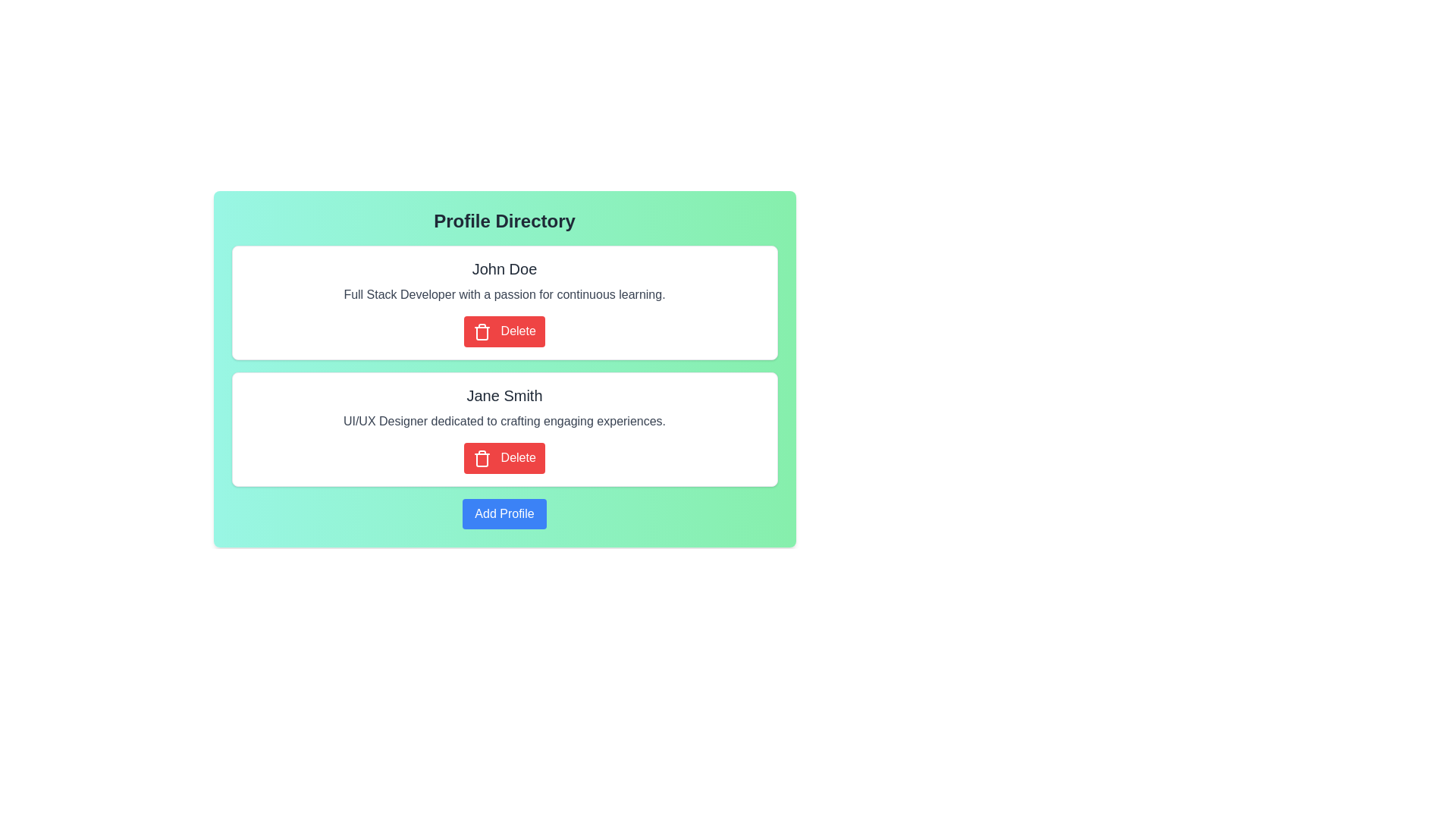  What do you see at coordinates (504, 457) in the screenshot?
I see `the rectangular red 'Delete' button with rounded corners, located below the text 'UI/UX Designer dedicated to crafting engaging experiences.' in the card for 'Jane Smith'` at bounding box center [504, 457].